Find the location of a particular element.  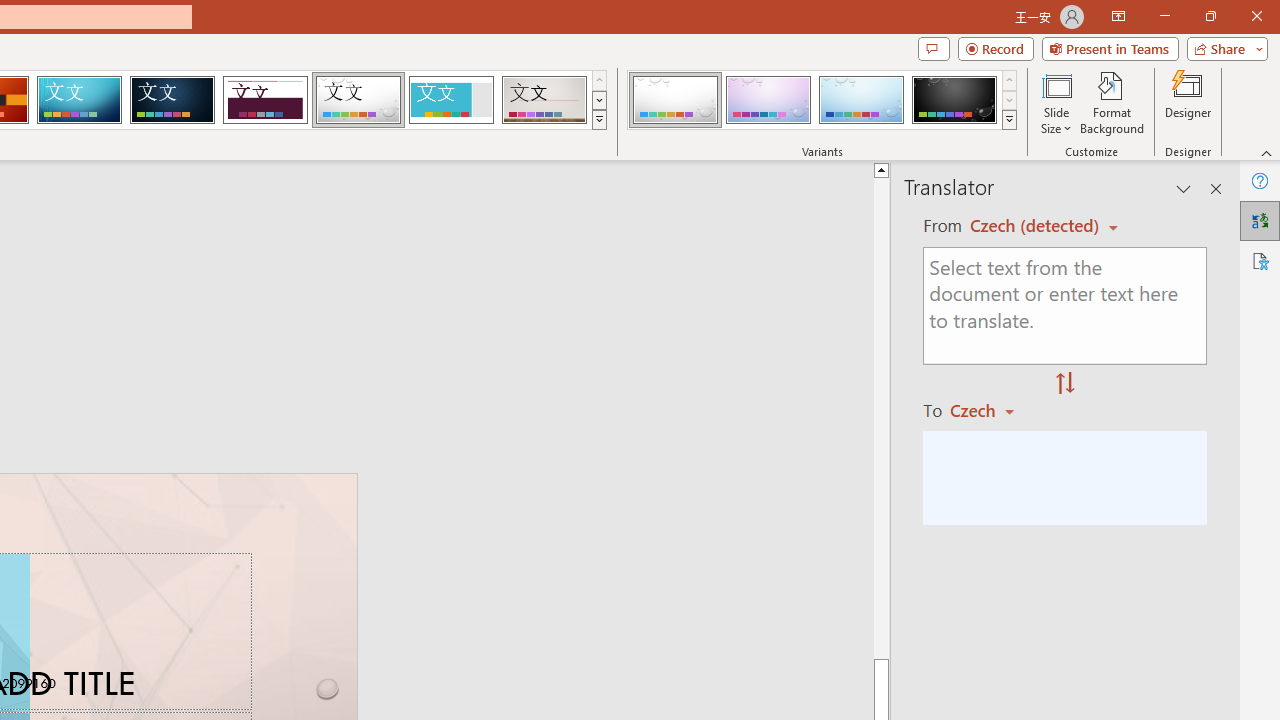

'Droplet Variant 1' is located at coordinates (675, 100).